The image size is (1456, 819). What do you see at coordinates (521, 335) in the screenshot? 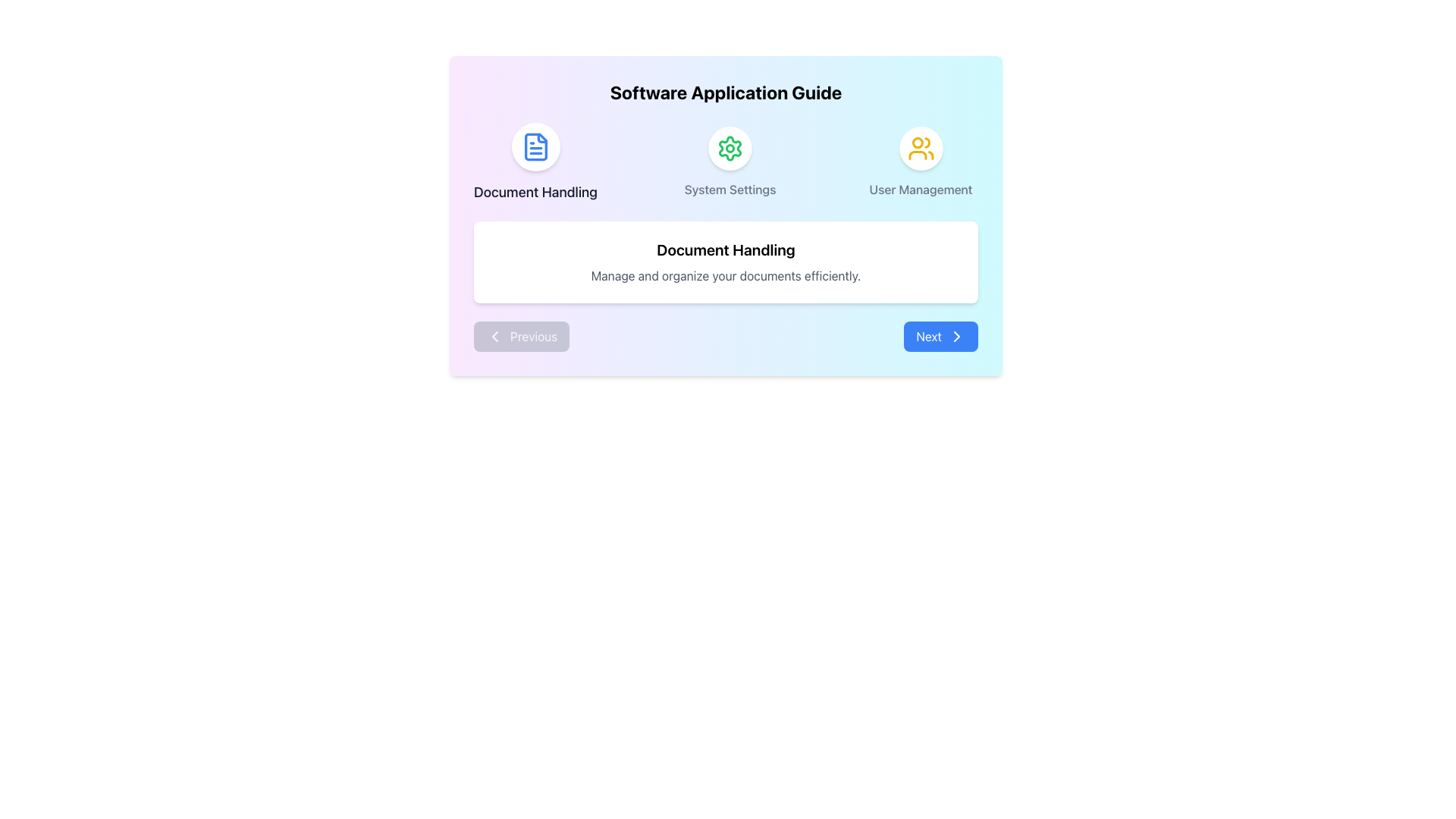
I see `the 'Previous' button, which has a gray background, white text, and a left-pointing chevron icon` at bounding box center [521, 335].